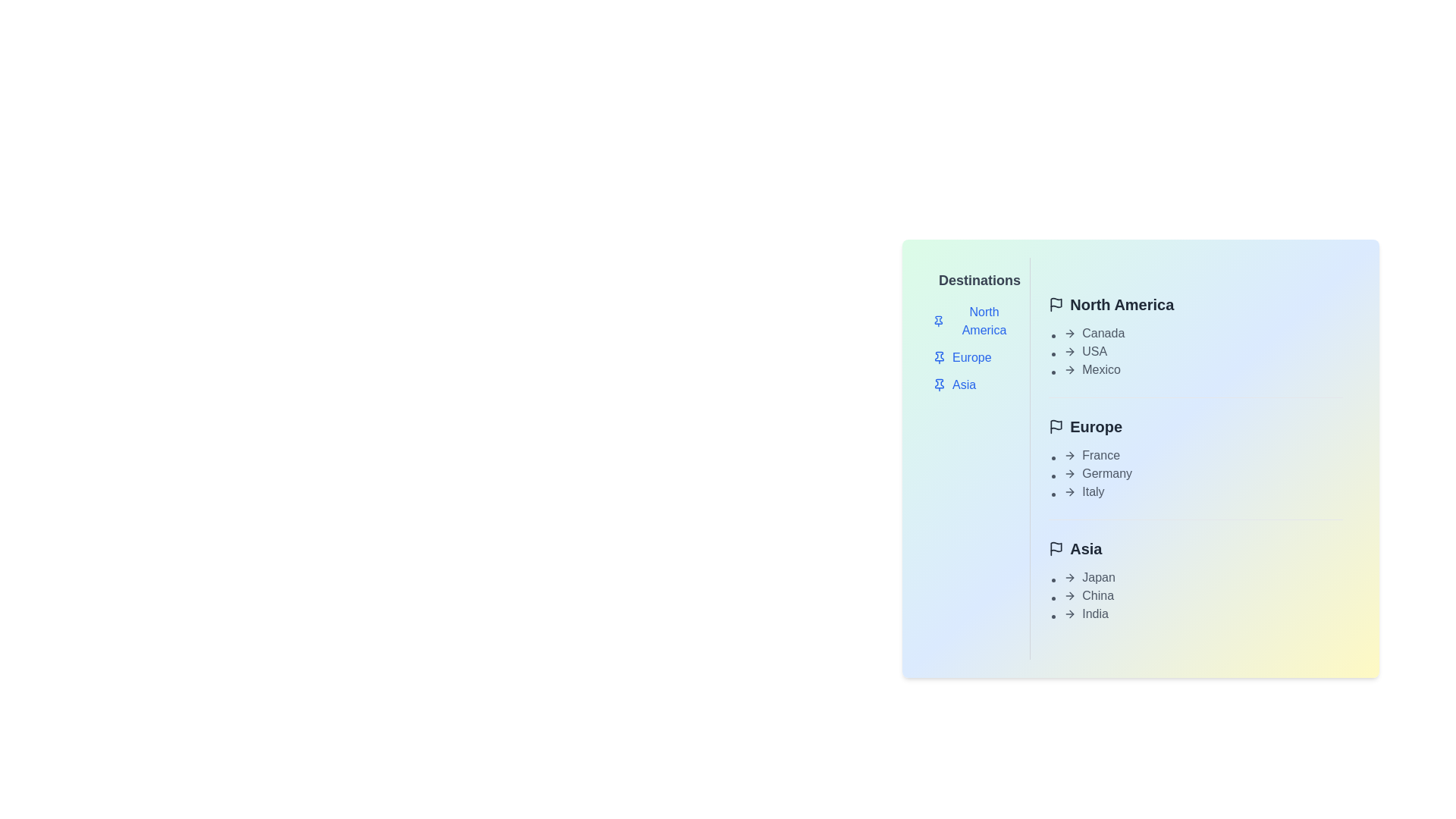 The height and width of the screenshot is (819, 1456). What do you see at coordinates (1069, 370) in the screenshot?
I see `the rightward-facing arrow icon next to the text 'Mexico' in the 'North America' section of the UI` at bounding box center [1069, 370].